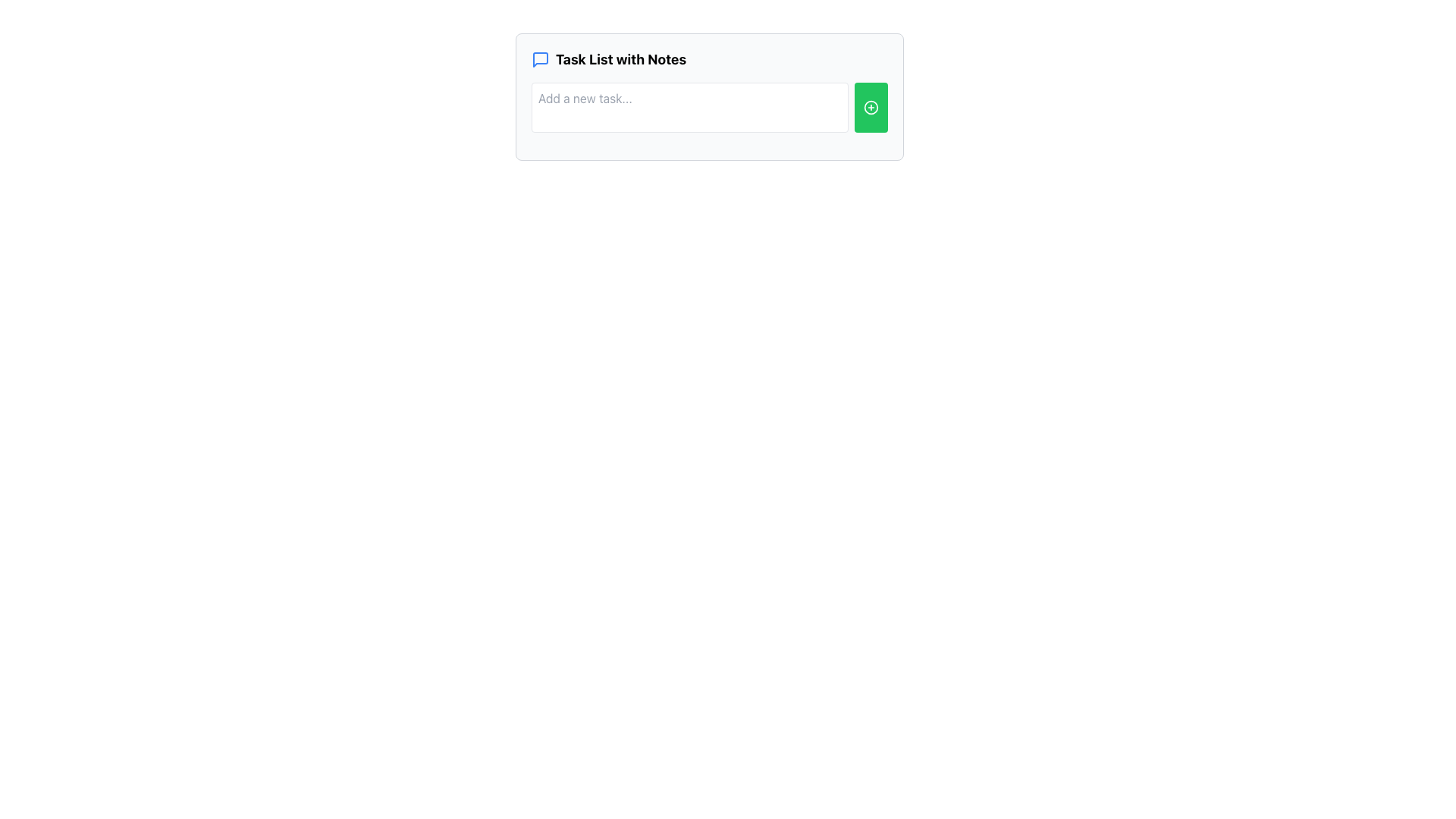 The width and height of the screenshot is (1456, 819). I want to click on the outer circular component of the '+' icon within the green button, located to the right of the 'Add a new task...' input field, so click(871, 107).